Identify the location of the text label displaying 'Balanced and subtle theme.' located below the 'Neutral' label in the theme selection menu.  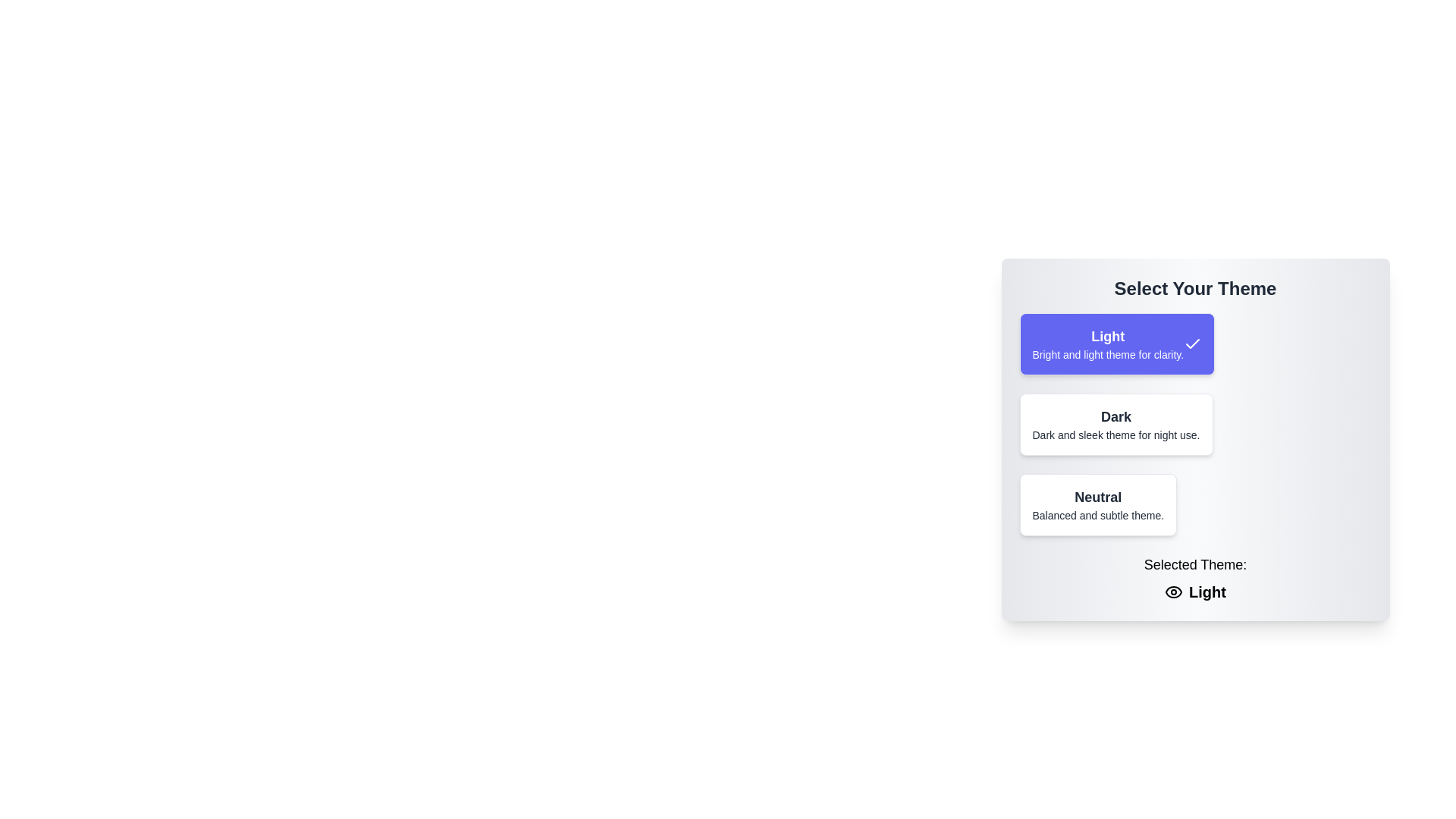
(1098, 514).